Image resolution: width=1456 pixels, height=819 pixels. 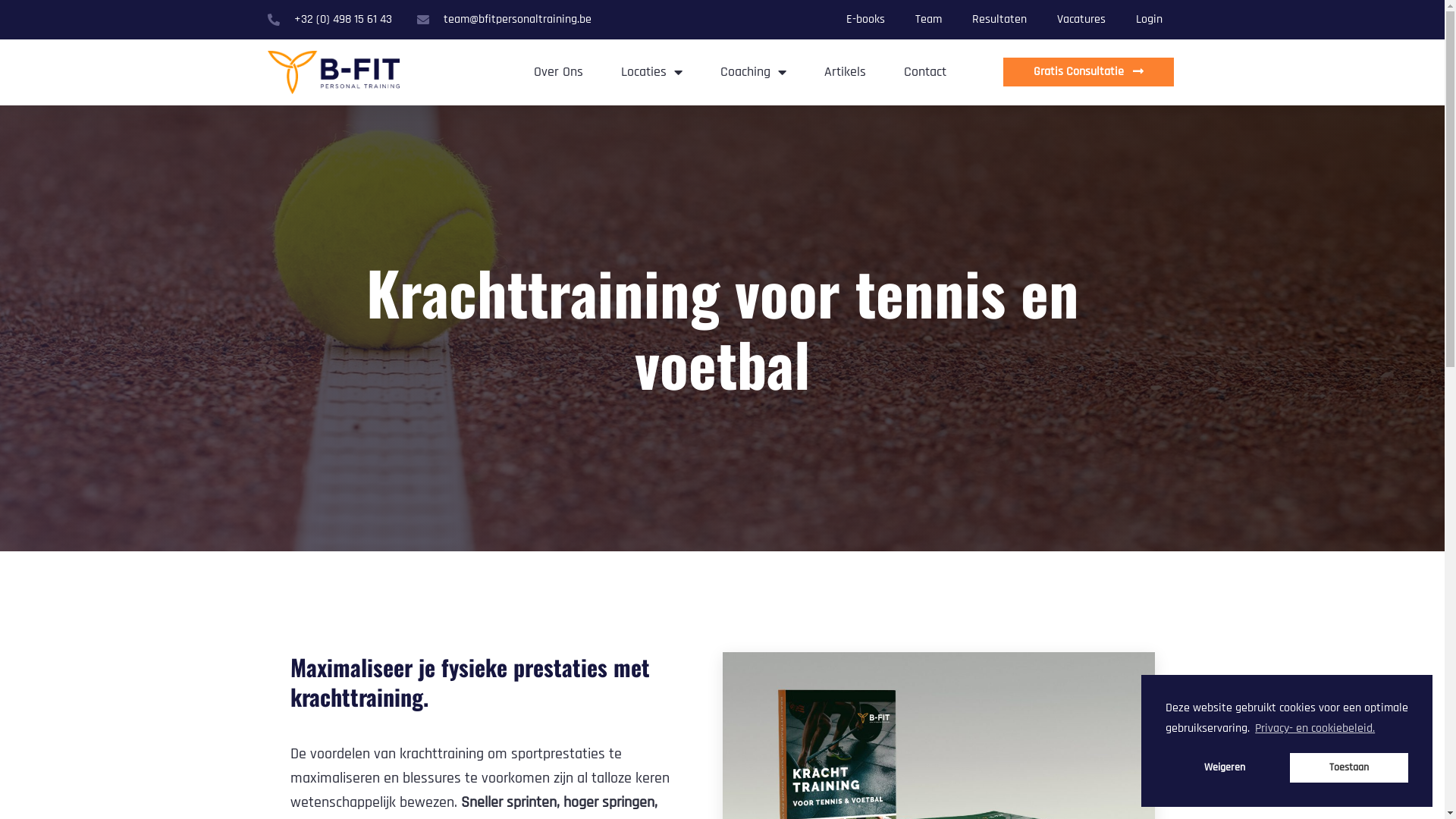 What do you see at coordinates (504, 20) in the screenshot?
I see `'team@bfitpersonaltraining.be'` at bounding box center [504, 20].